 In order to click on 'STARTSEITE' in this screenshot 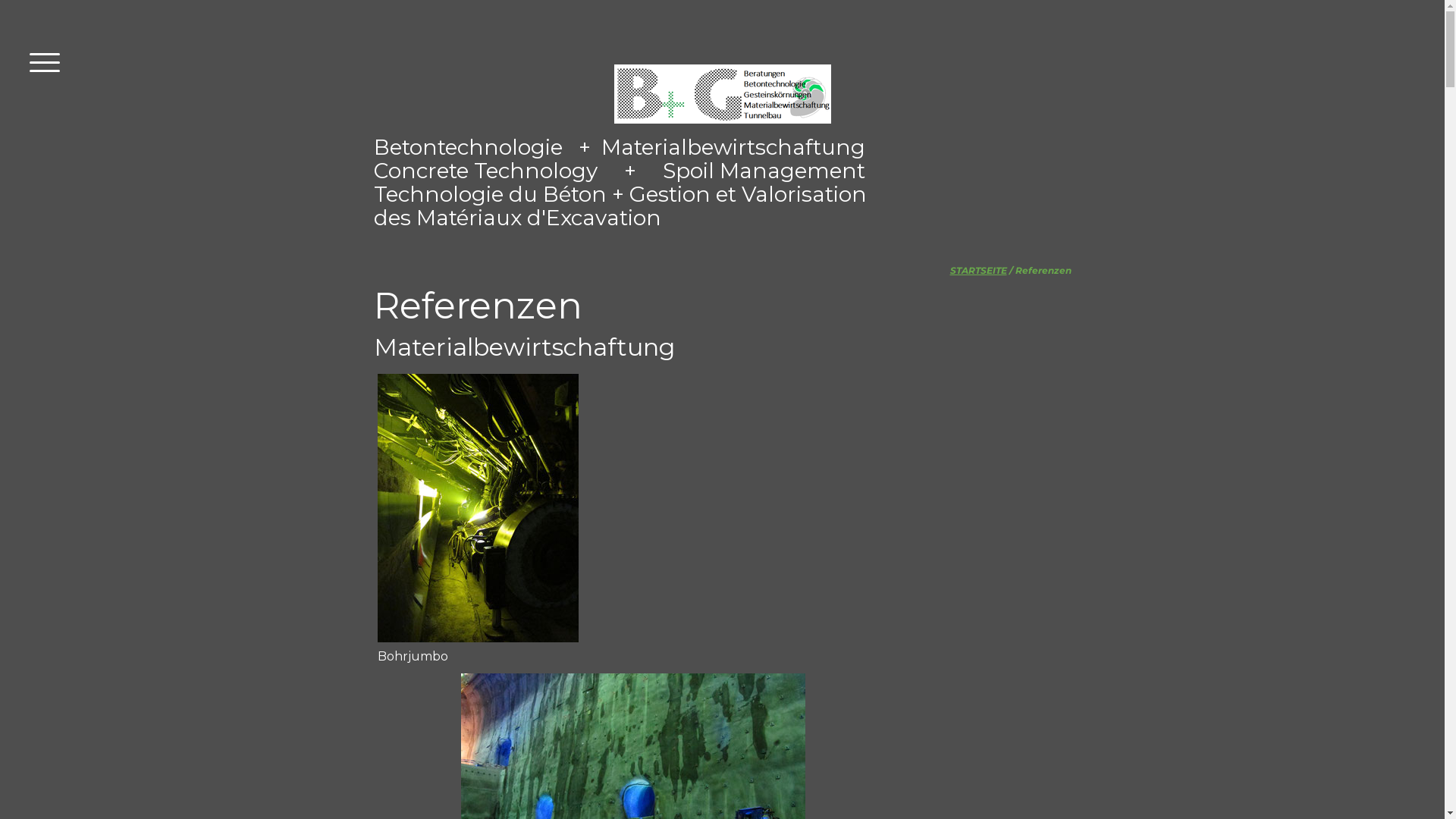, I will do `click(977, 269)`.